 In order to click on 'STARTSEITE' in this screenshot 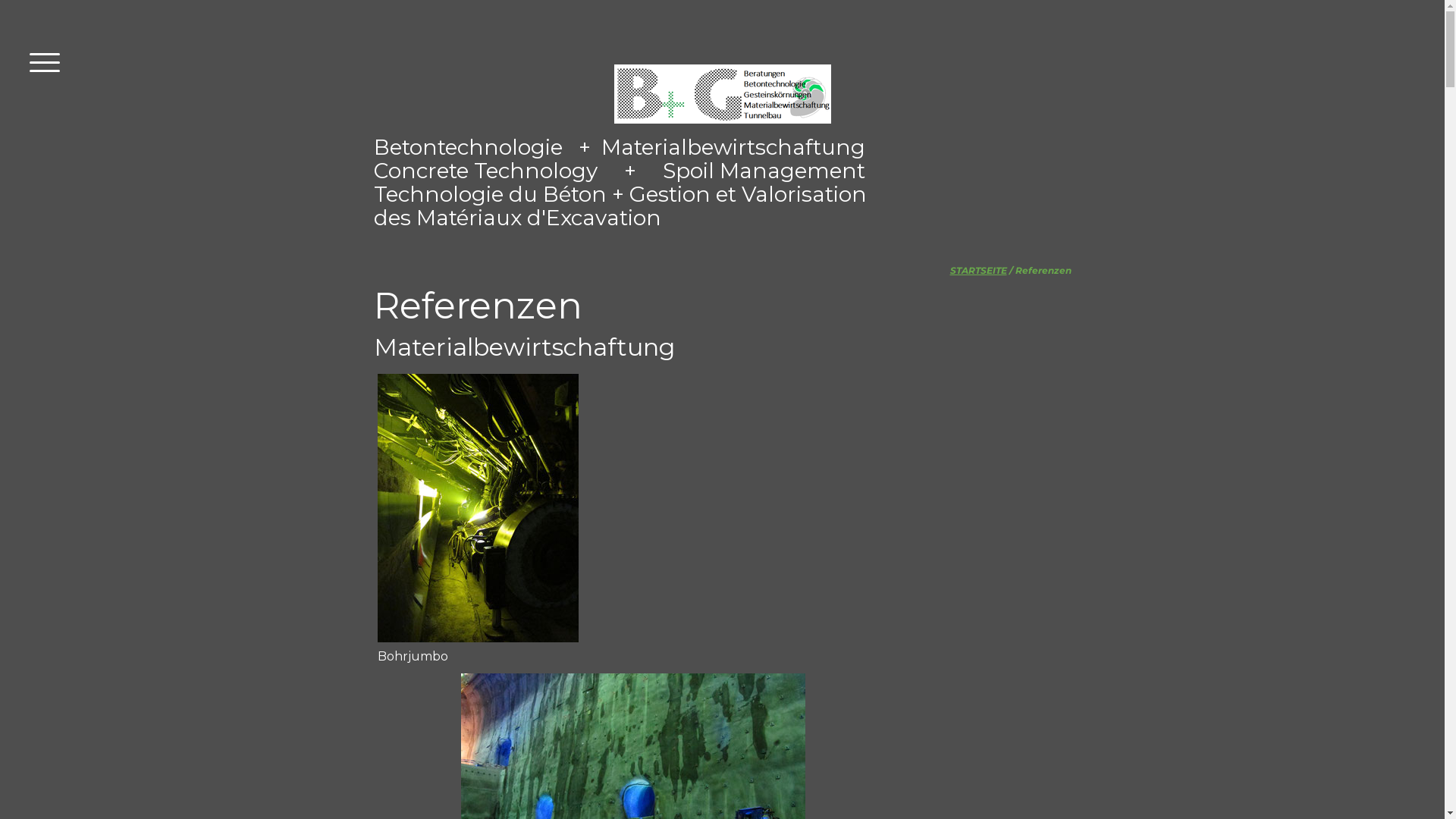, I will do `click(977, 269)`.